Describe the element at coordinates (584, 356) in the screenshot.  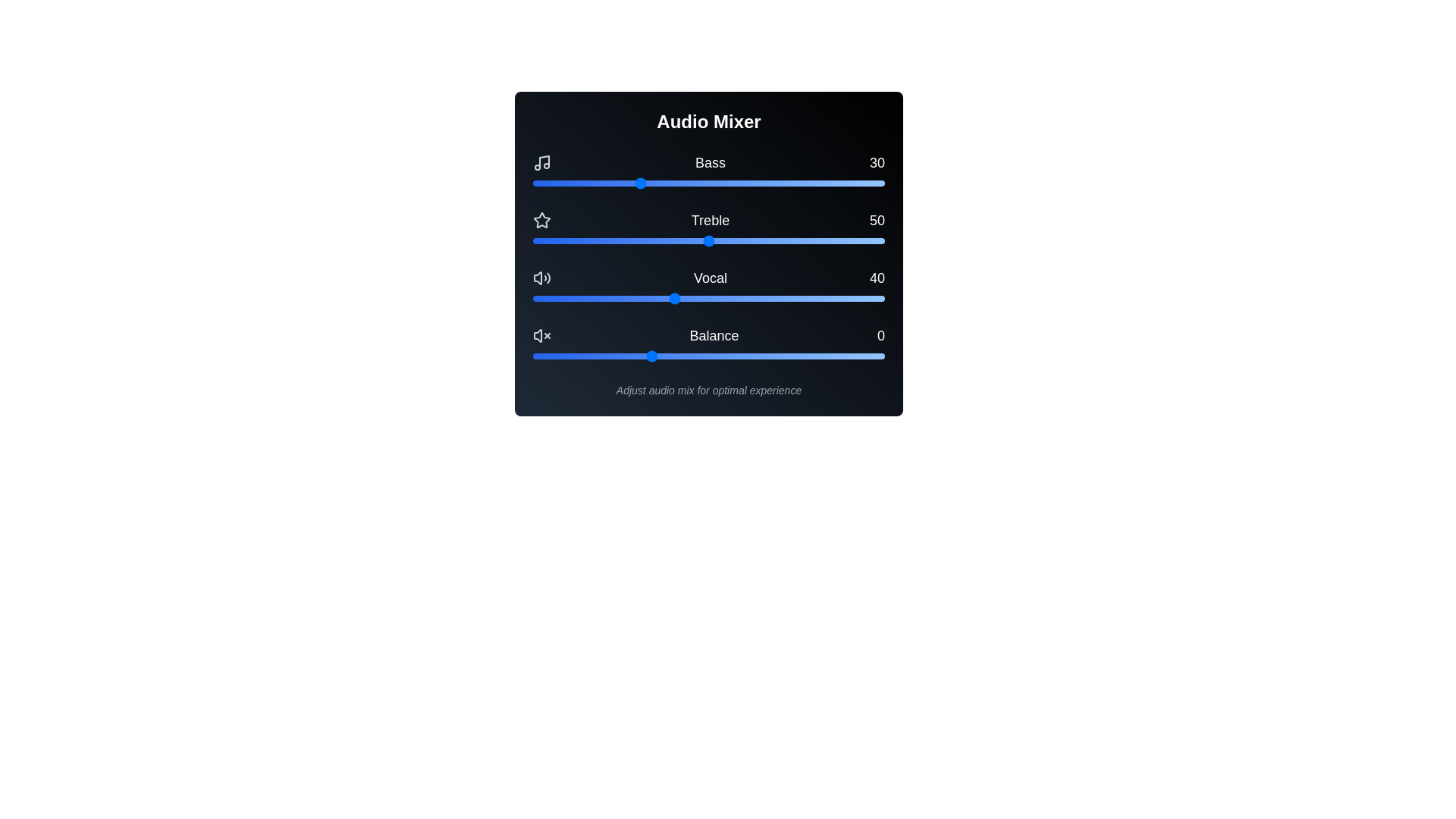
I see `the balance slider to -28 within its range of -50 to 100` at that location.